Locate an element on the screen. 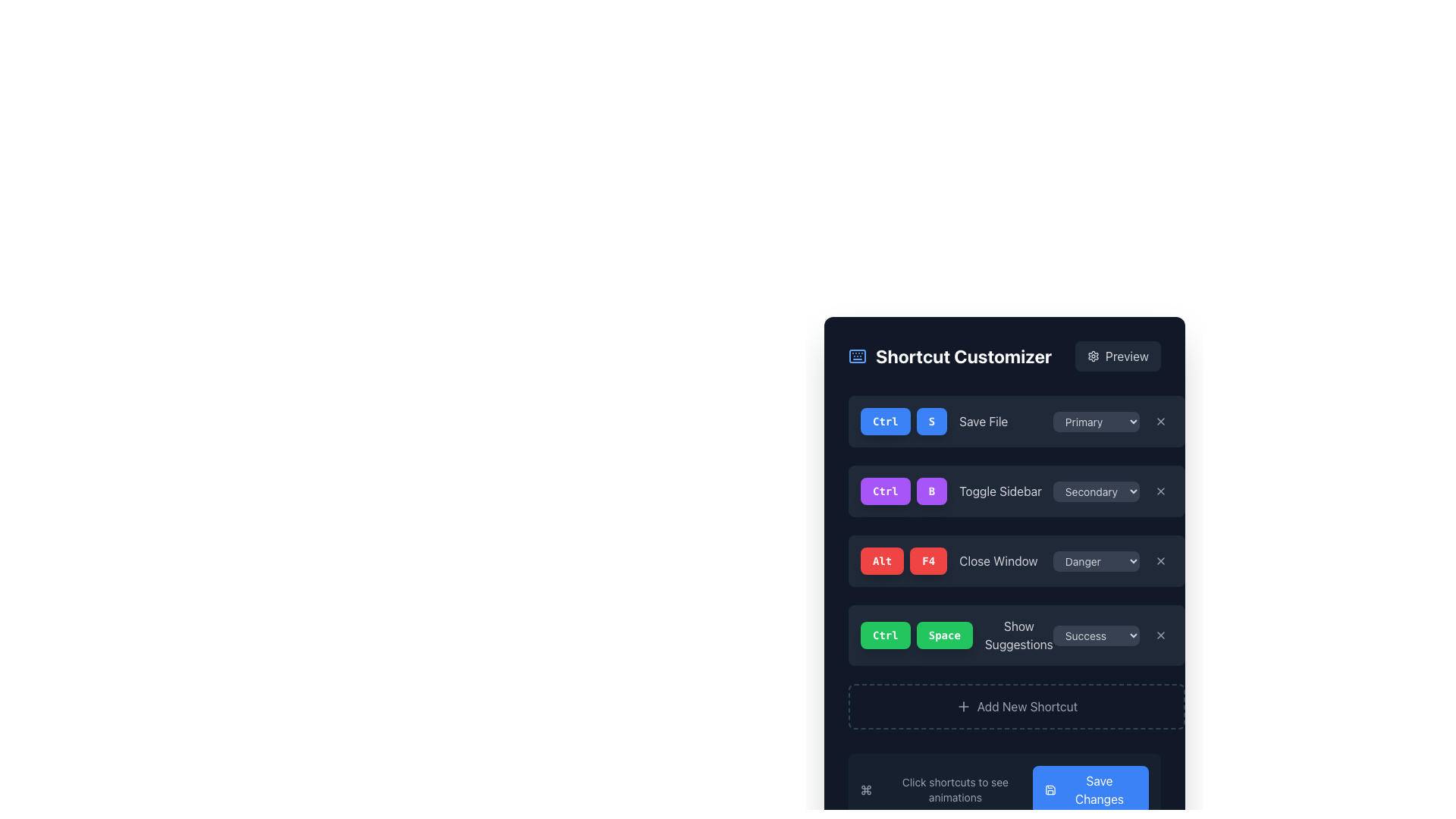 The width and height of the screenshot is (1456, 819). the button located in the top-right corner of the 'Toggle Sidebar' row in the 'Shortcut Customizer' interface is located at coordinates (1159, 491).